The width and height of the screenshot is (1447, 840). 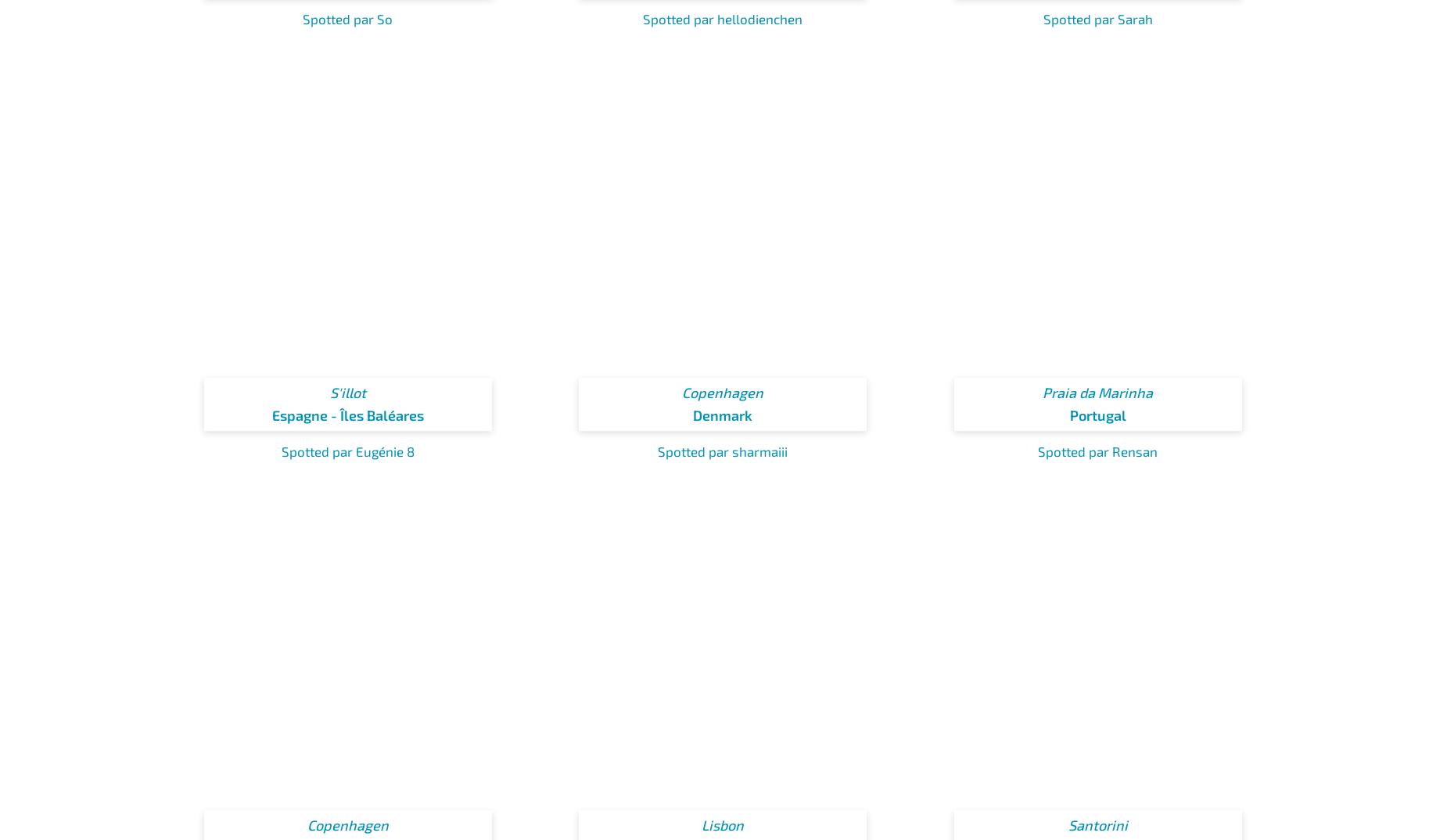 What do you see at coordinates (723, 415) in the screenshot?
I see `'Denmark'` at bounding box center [723, 415].